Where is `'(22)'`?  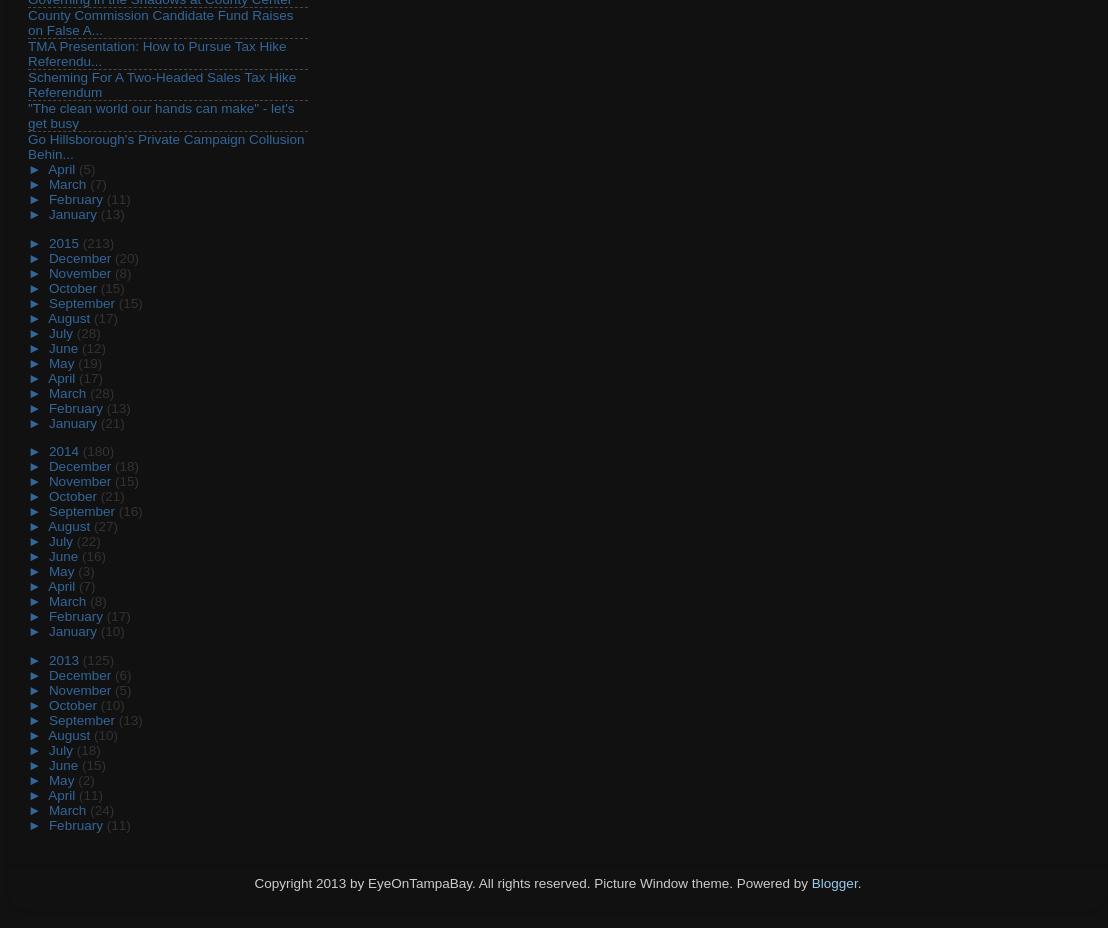 '(22)' is located at coordinates (86, 540).